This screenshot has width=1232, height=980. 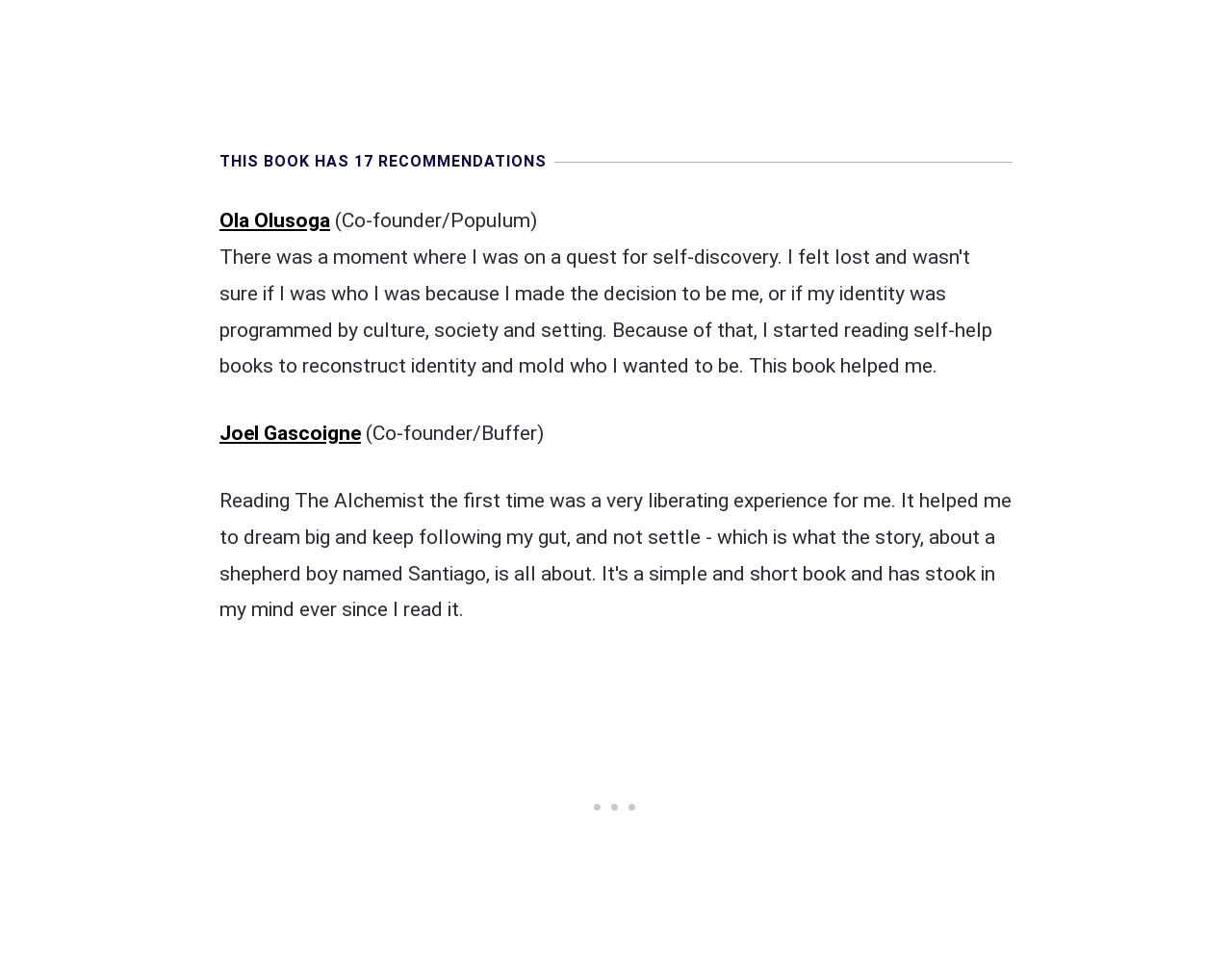 I want to click on 'Reading The Alchemist the first time was a very liberating experience for me. It helped me to dream big and keep following my gut, and not settle - which is what the story, about a shepherd boy named Santiago, is all about. It's a simple and short book and has stook in my mind ever since I read it.', so click(x=614, y=554).